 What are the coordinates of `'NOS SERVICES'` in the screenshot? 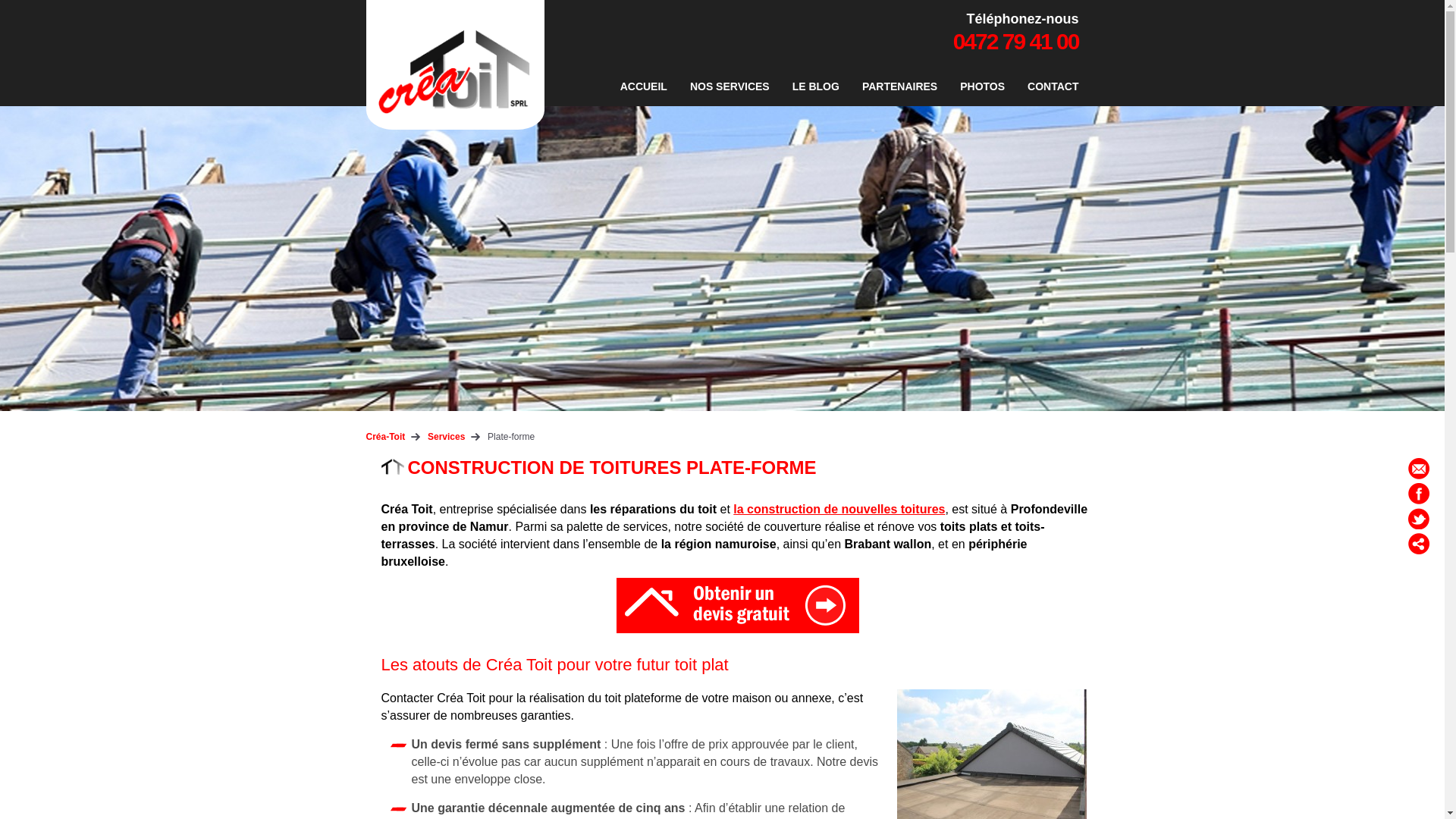 It's located at (730, 86).